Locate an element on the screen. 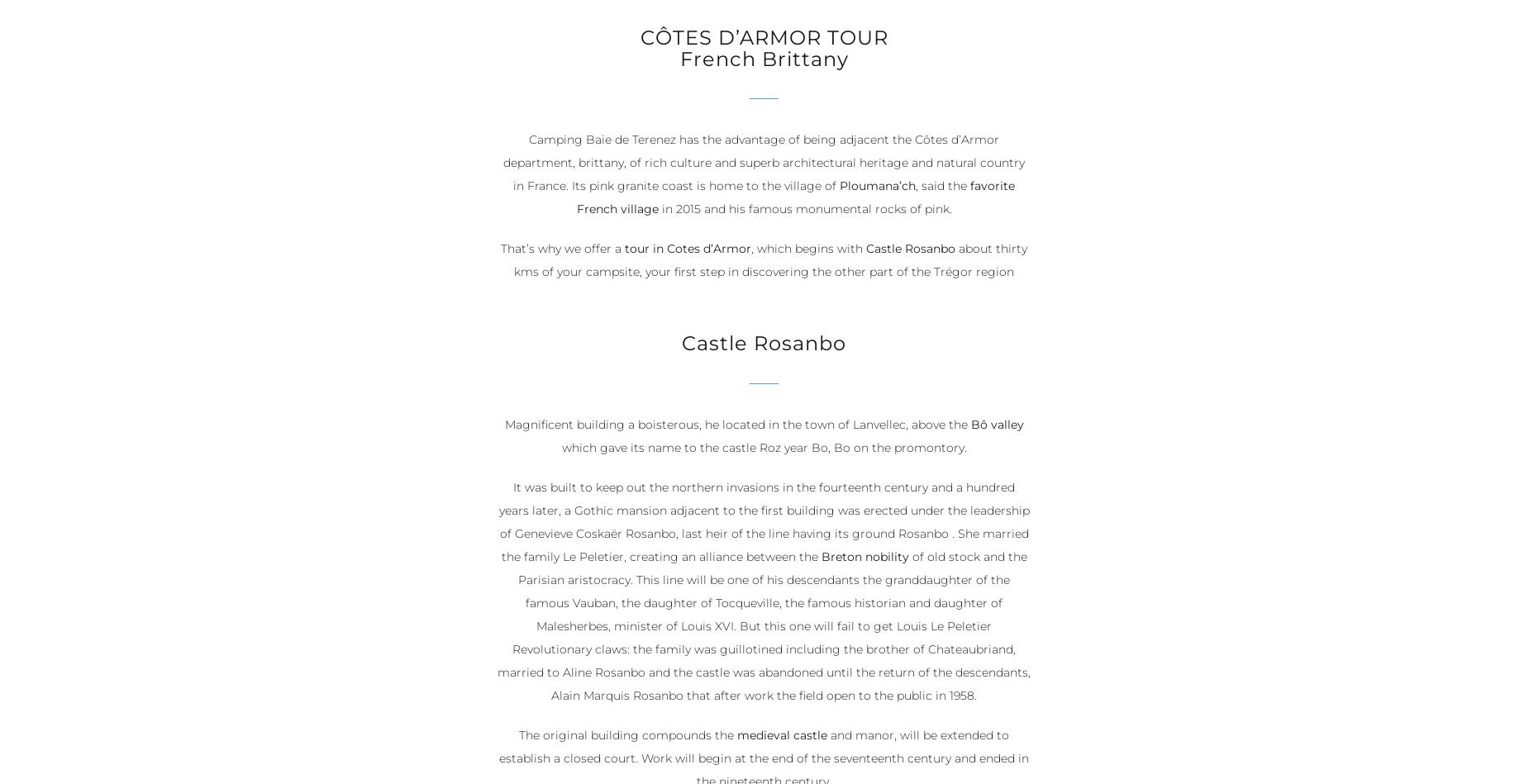 This screenshot has width=1529, height=784. 'of old stock and the Parisian aristocracy. This line will be one of his descendants the granddaughter of the famous Vauban, the daughter of Tocqueville, the famous historian and daughter of Malesherbes, minister of Louis XVI. But this one will fail to get Louis Le Peletier Revolutionary claws: the family was guillotined including the brother of Chateaubriand, married to Aline Rosanbo and the castle was abandoned until the return of the descendants, Alain Marquis Rosanbo that after work the field open to the public in 1958.' is located at coordinates (764, 627).